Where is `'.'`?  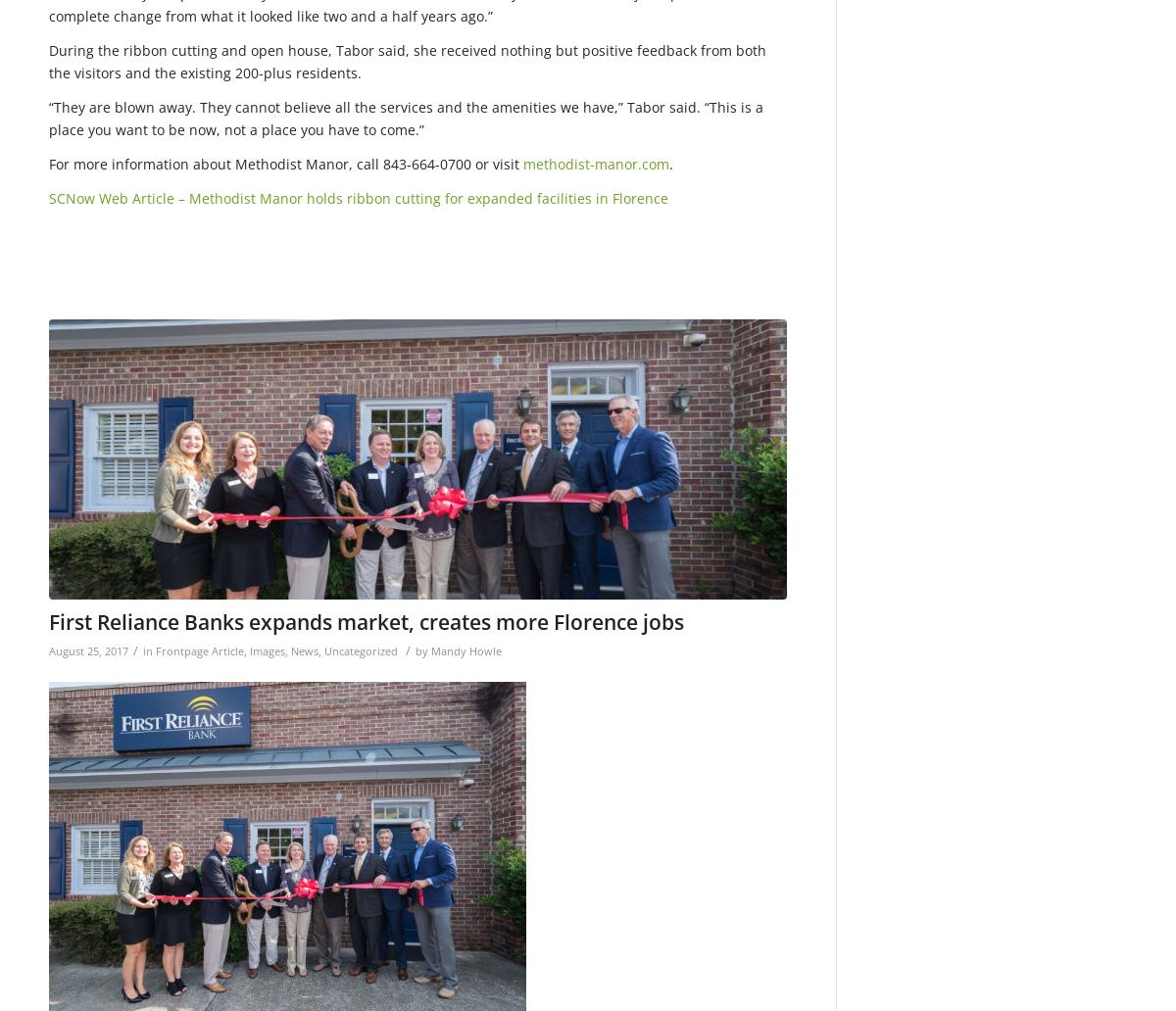
'.' is located at coordinates (670, 163).